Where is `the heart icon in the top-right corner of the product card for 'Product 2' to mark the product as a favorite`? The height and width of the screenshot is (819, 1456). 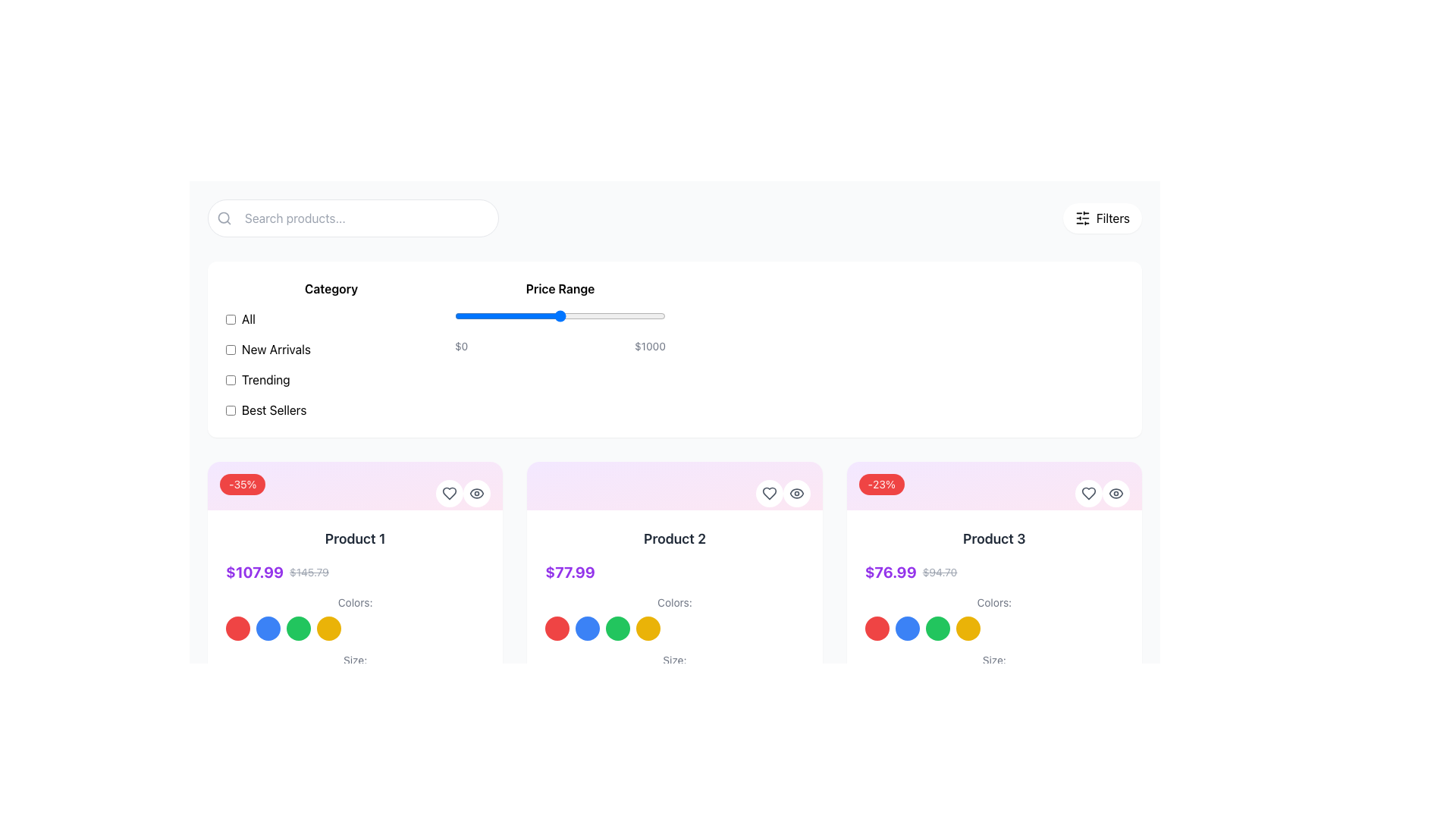 the heart icon in the top-right corner of the product card for 'Product 2' to mark the product as a favorite is located at coordinates (769, 494).